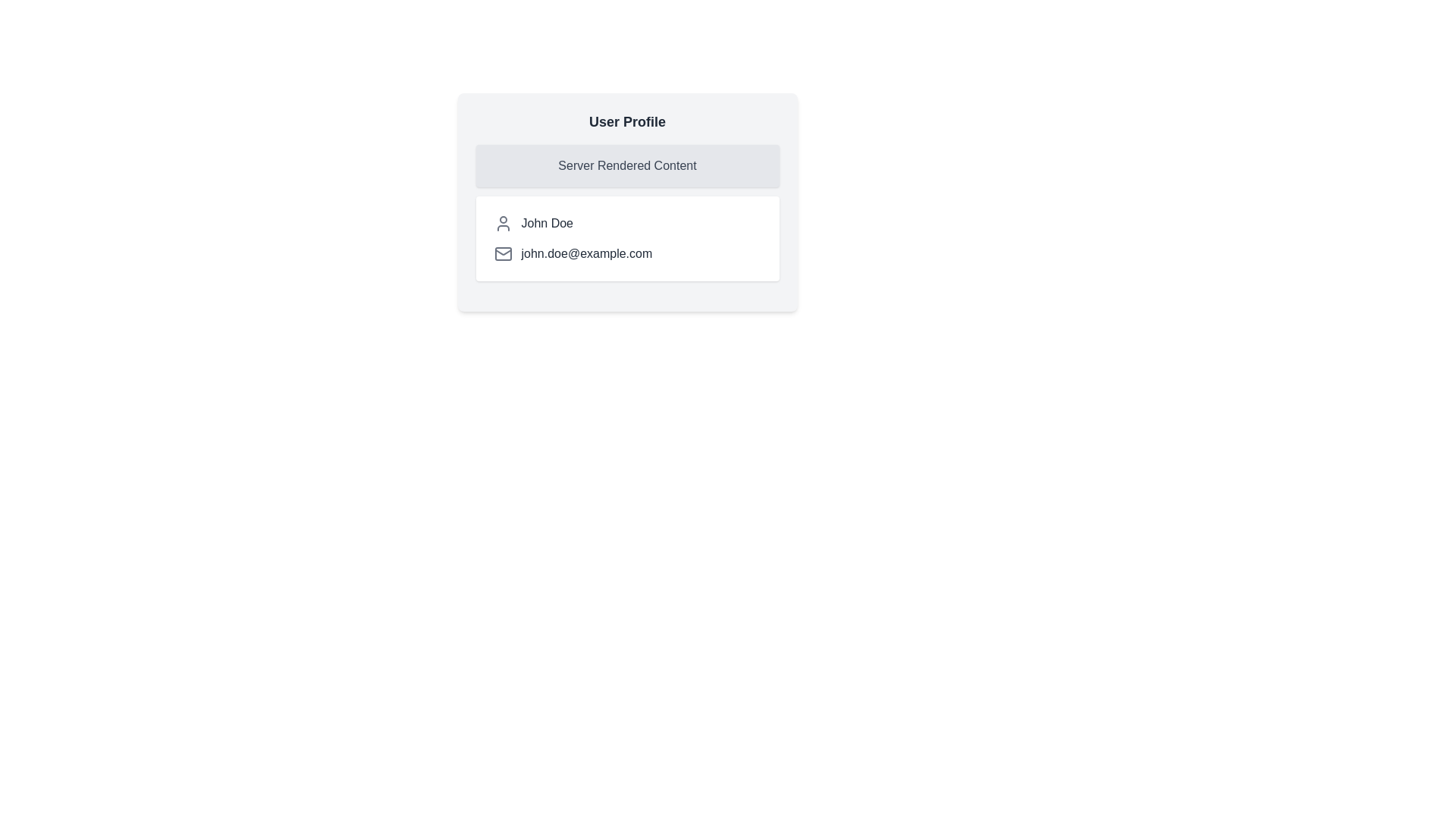  I want to click on the inner elements of the 'Server Rendered Content' section located within the user profile card, which displays user information like 'John Doe' and 'john.doe@example.com', so click(627, 213).